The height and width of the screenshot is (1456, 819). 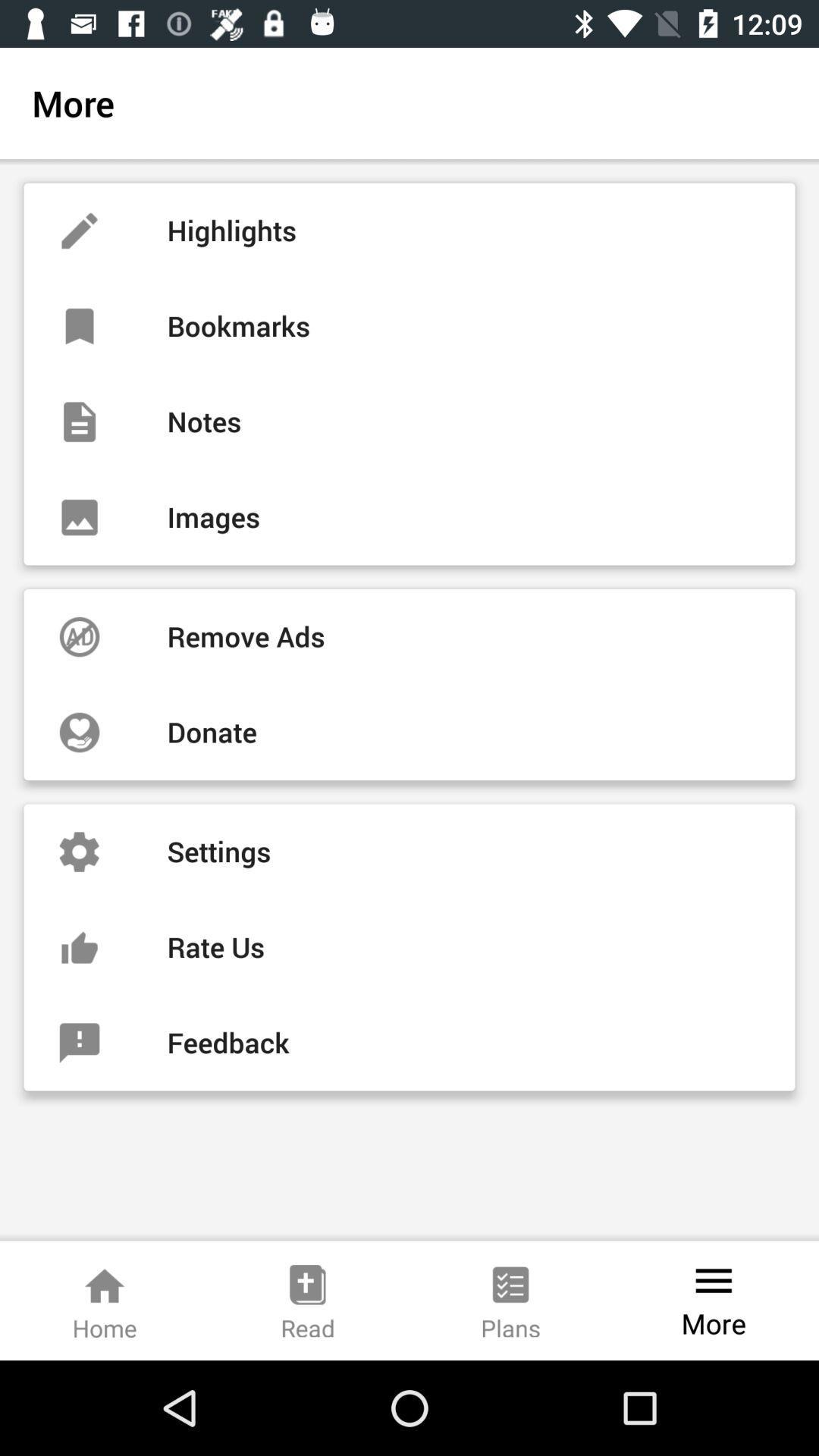 I want to click on remove ads, so click(x=409, y=637).